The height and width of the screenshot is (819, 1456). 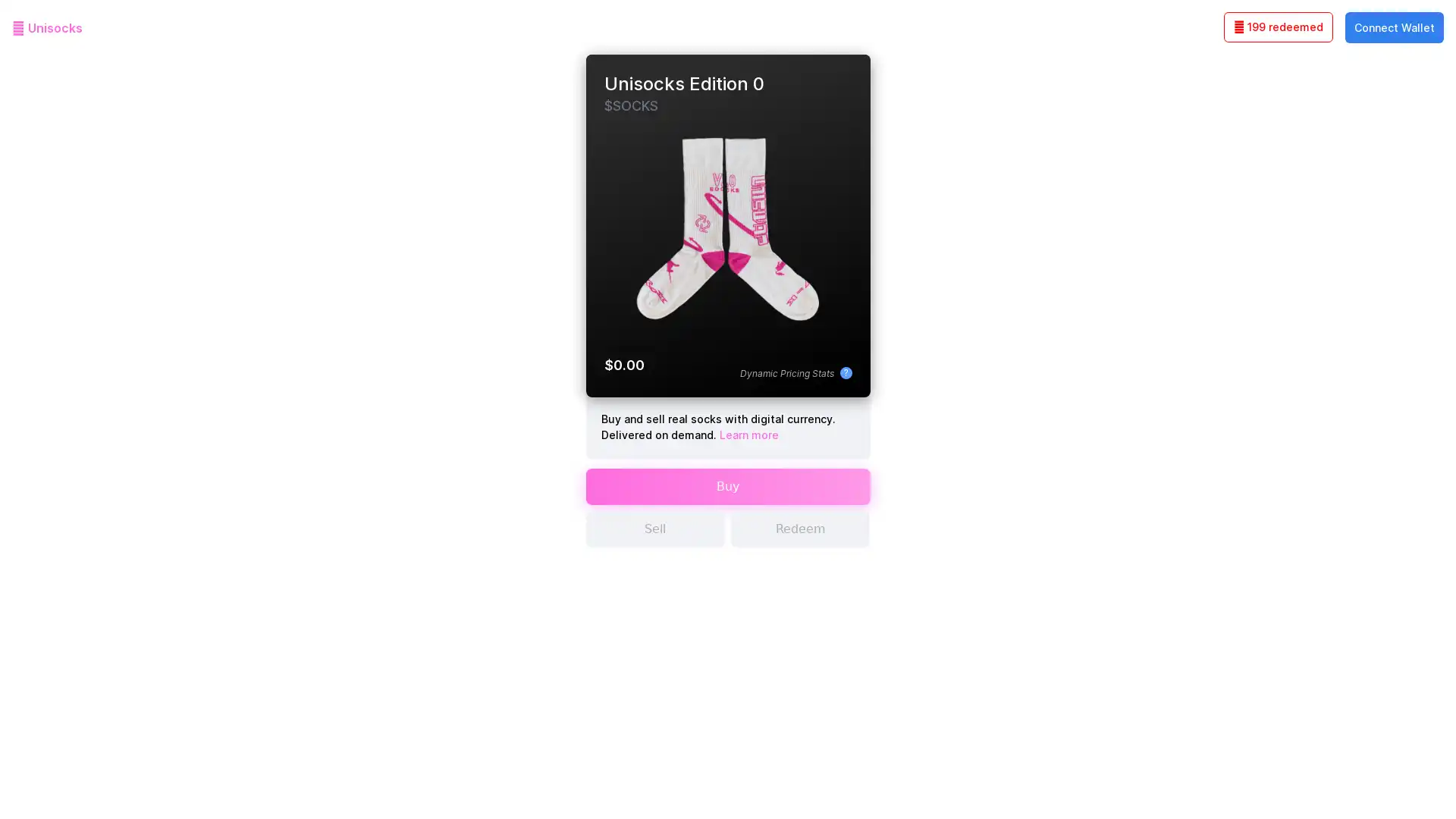 I want to click on Sell, so click(x=655, y=540).